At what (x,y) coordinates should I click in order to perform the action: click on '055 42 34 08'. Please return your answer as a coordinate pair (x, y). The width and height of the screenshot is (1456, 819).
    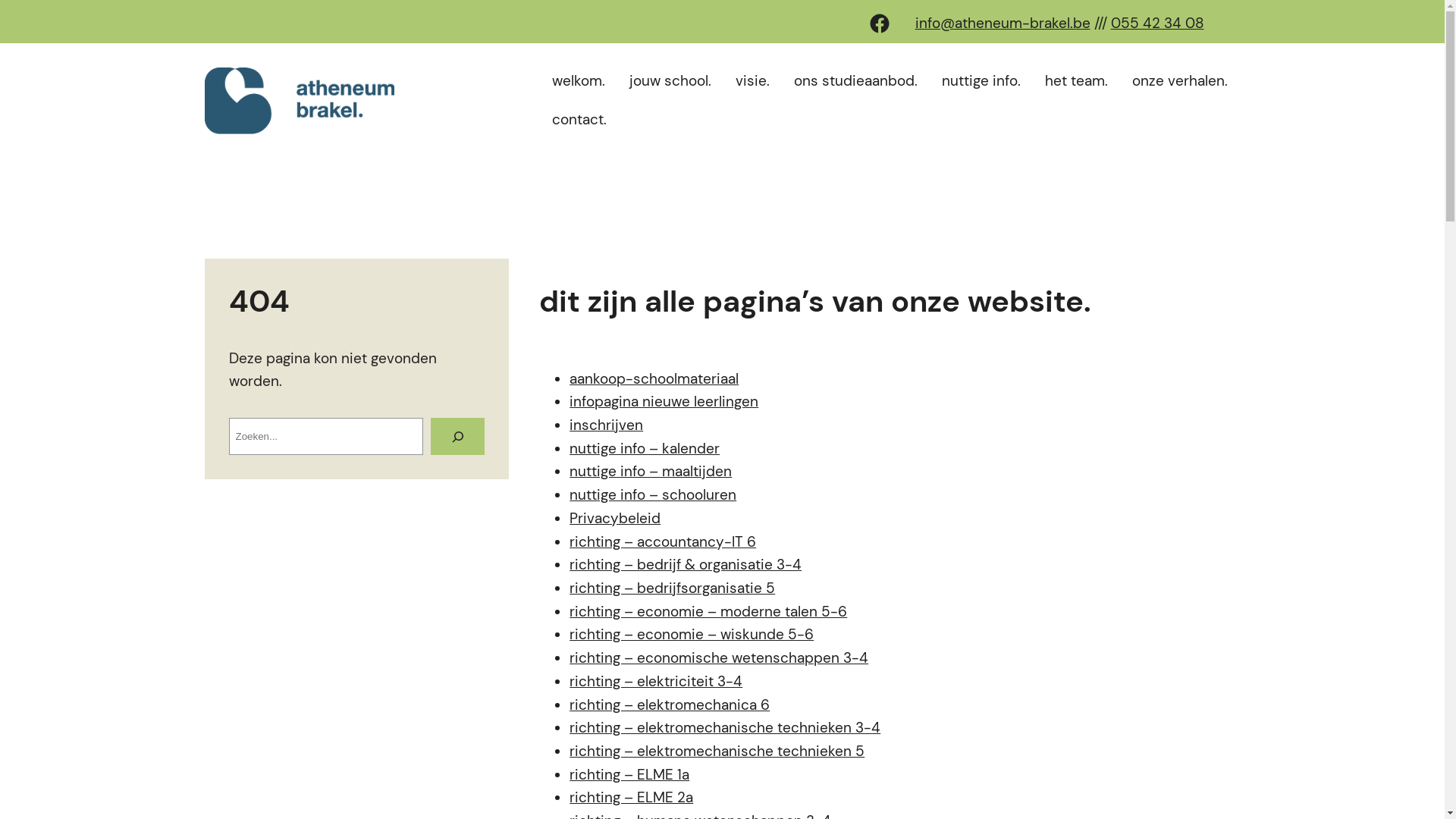
    Looking at the image, I should click on (1156, 23).